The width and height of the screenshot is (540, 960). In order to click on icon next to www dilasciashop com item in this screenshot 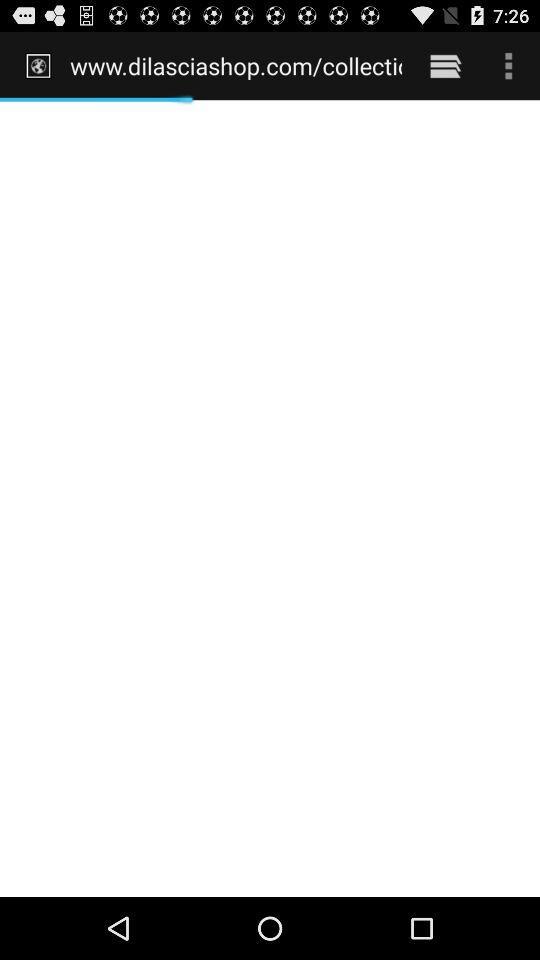, I will do `click(445, 65)`.